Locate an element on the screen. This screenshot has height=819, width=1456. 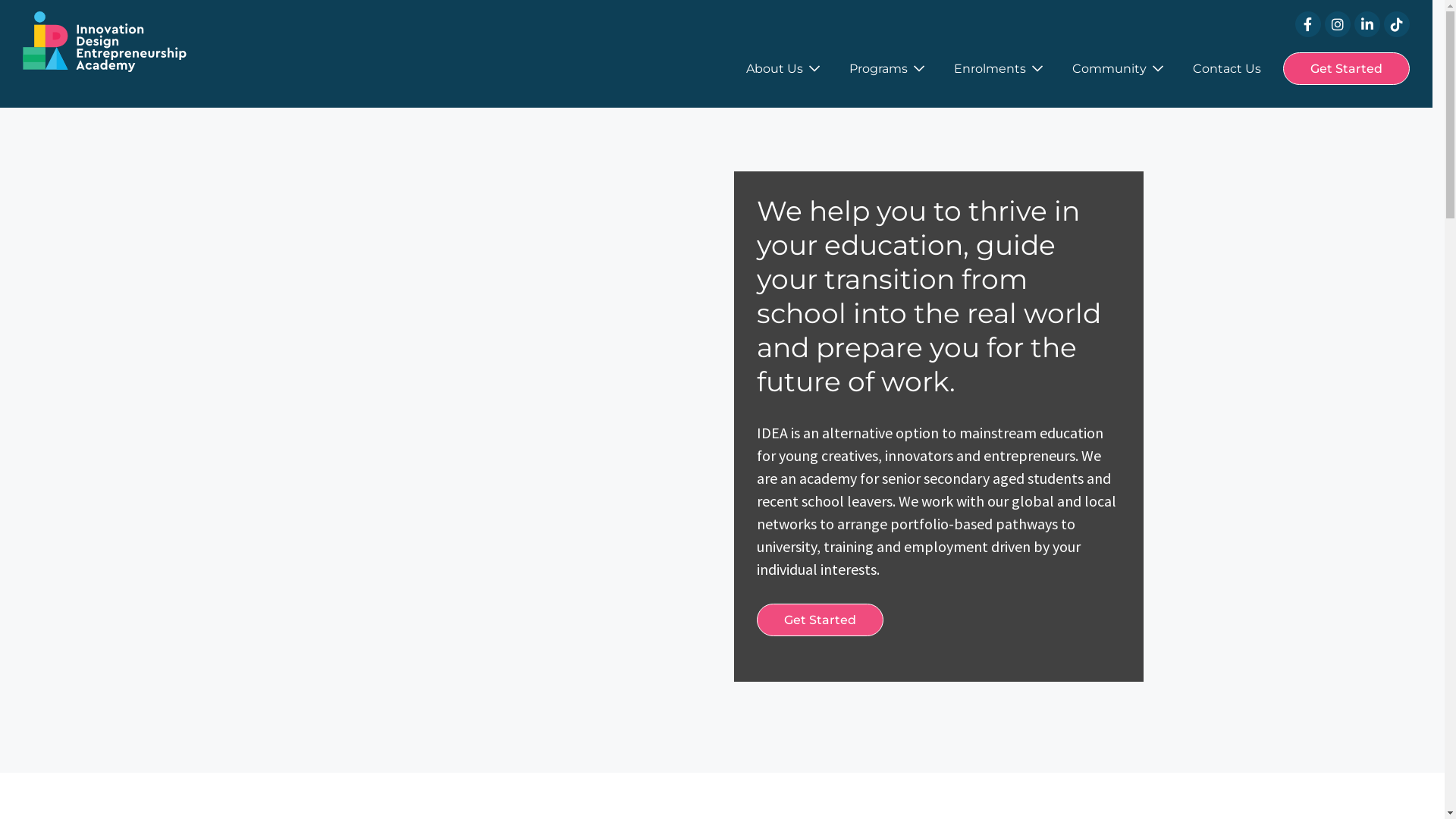
'Get Started' is located at coordinates (1346, 68).